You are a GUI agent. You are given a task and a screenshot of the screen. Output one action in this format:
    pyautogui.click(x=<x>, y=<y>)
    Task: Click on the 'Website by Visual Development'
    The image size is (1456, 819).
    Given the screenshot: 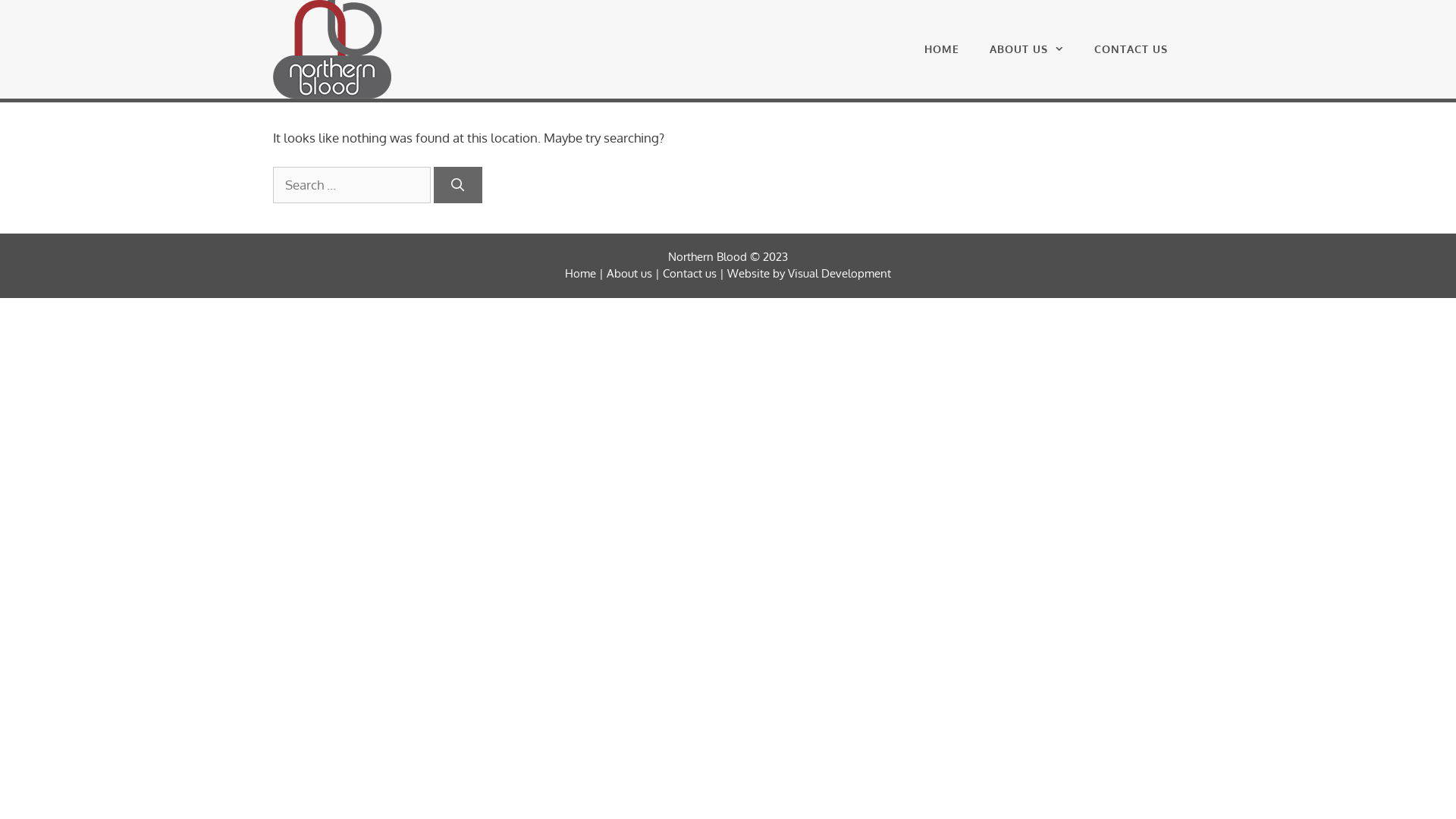 What is the action you would take?
    pyautogui.click(x=808, y=273)
    